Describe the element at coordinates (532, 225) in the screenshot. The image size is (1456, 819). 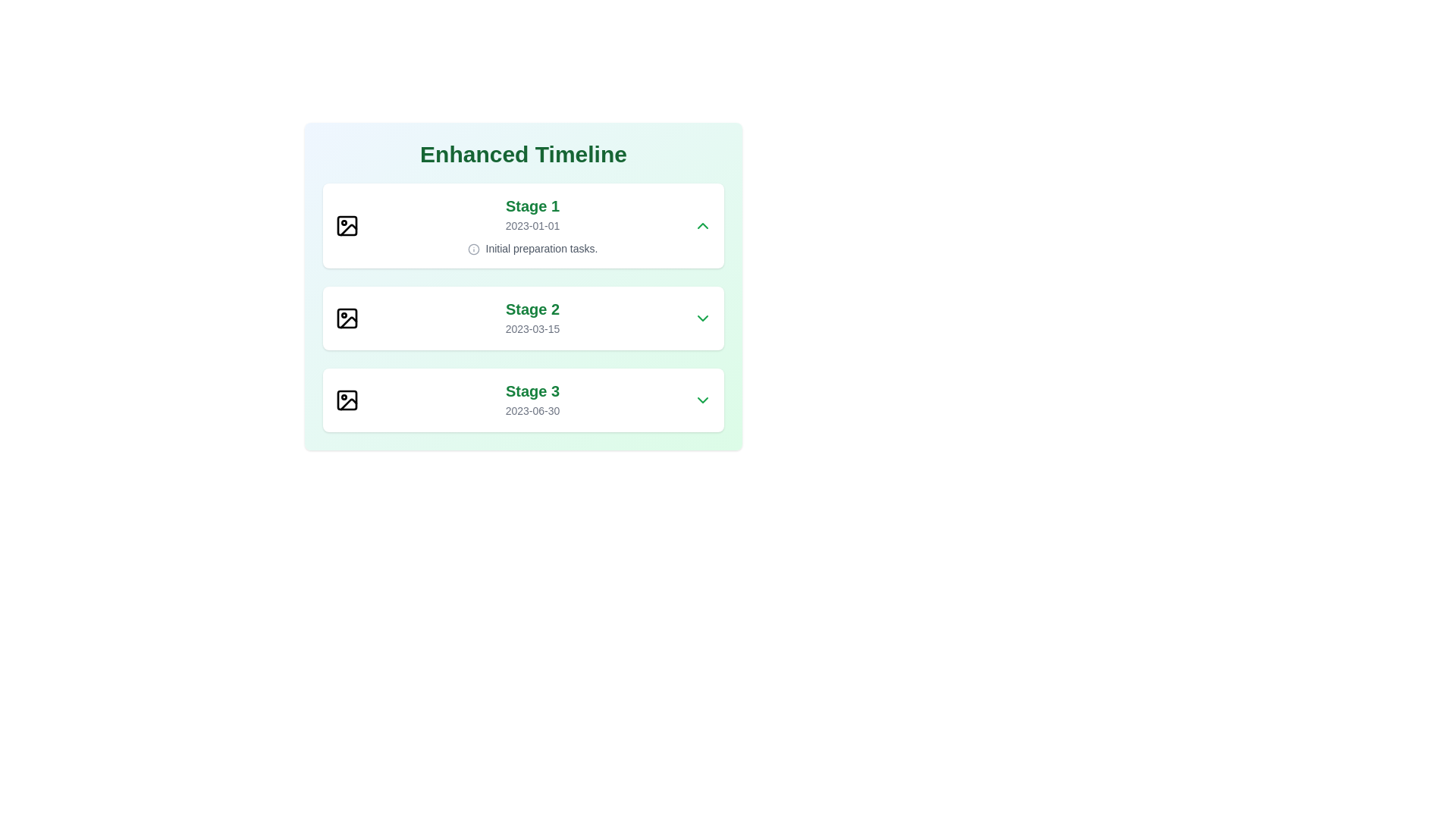
I see `date information displayed in the text label '2023-01-01', which is styled in a small, light gray font and is positioned below the 'Stage 1' header in the timeline layout` at that location.